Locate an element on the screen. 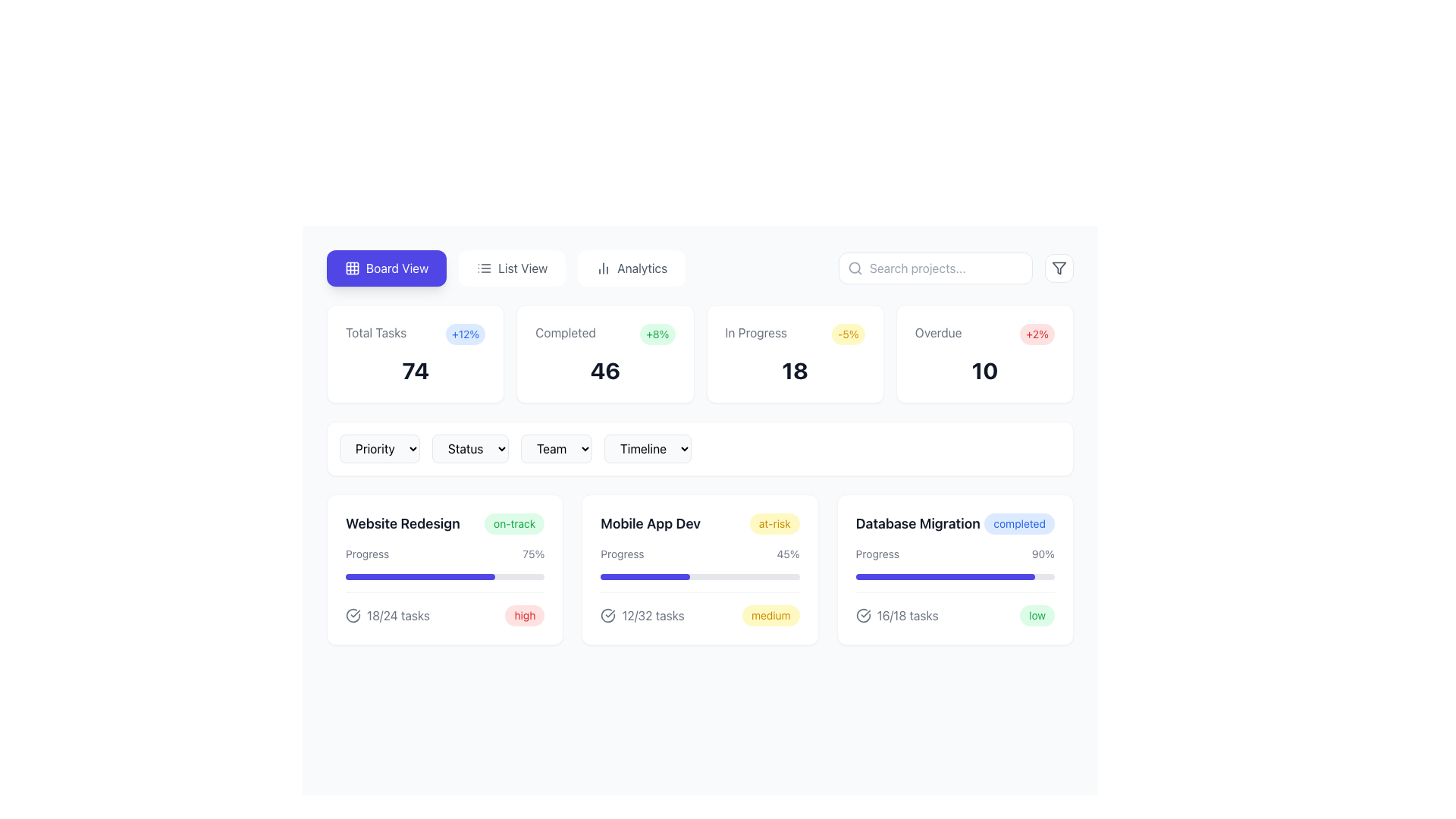  the Text Display element which shows the numerical statistic '46' under the 'Completed' label in the second card of the dashboard interface is located at coordinates (604, 371).